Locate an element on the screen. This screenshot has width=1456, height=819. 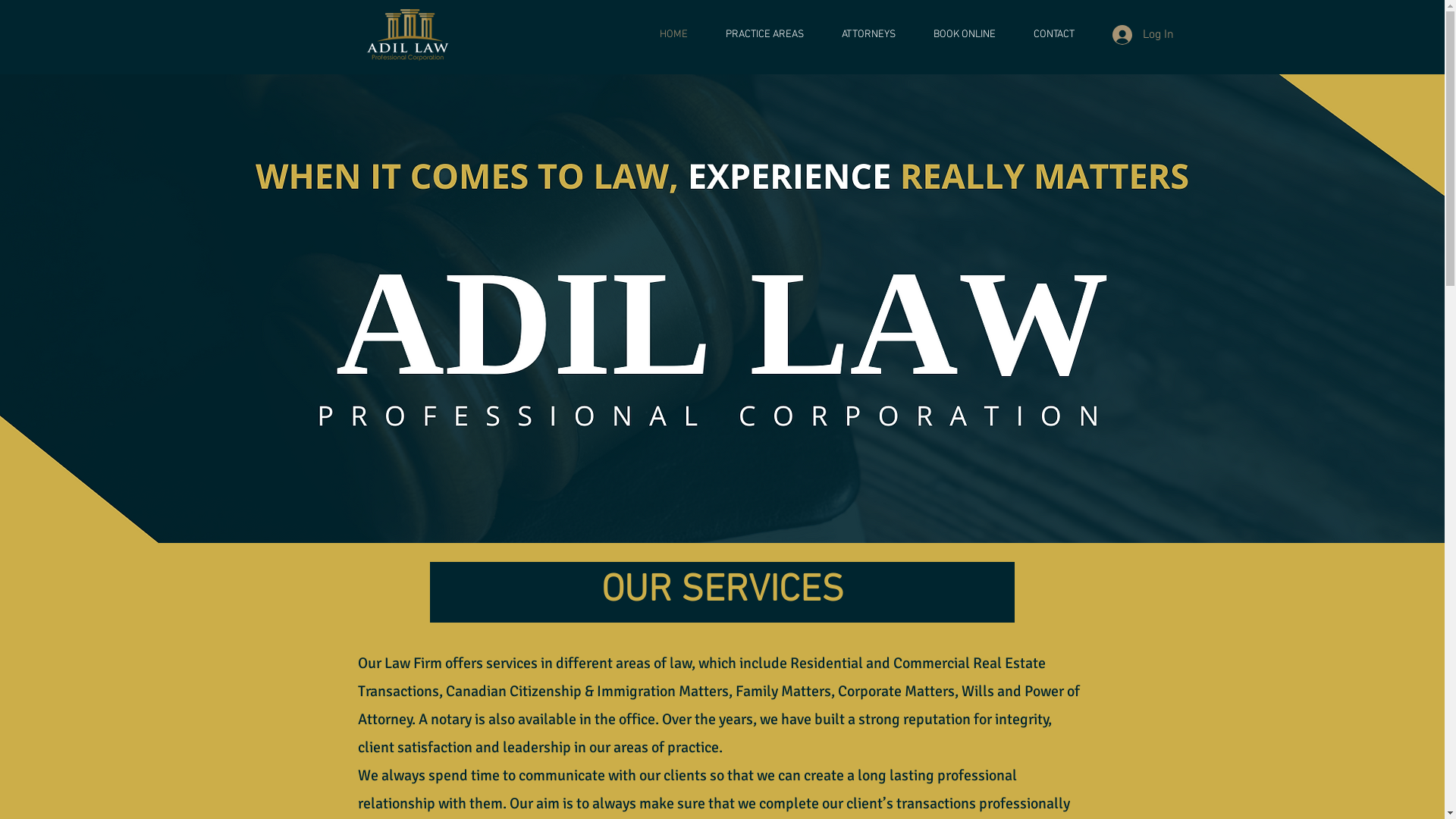
'ATTORNEYS' is located at coordinates (868, 34).